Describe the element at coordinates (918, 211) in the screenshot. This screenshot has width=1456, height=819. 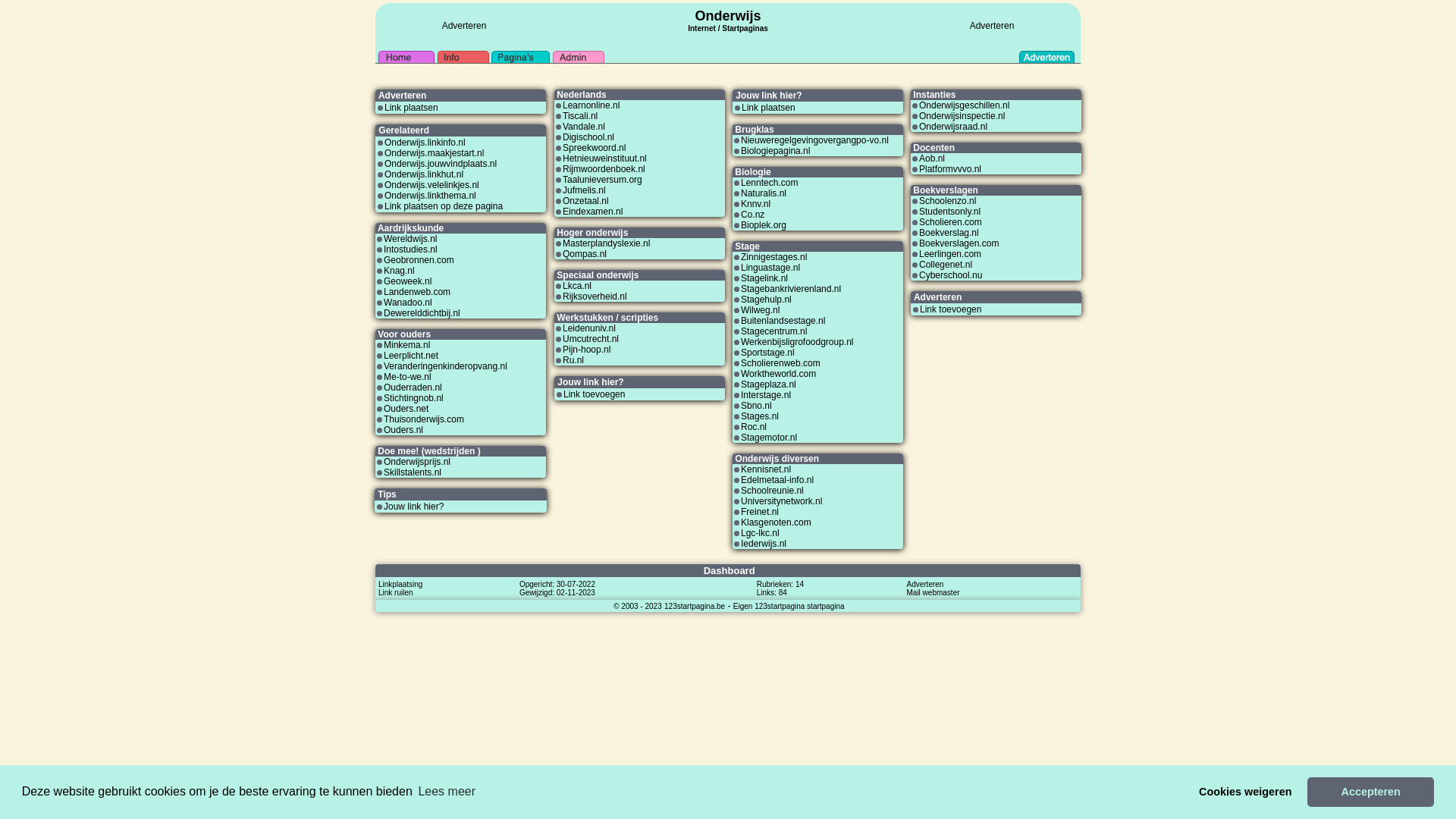
I see `'Studentsonly.nl'` at that location.